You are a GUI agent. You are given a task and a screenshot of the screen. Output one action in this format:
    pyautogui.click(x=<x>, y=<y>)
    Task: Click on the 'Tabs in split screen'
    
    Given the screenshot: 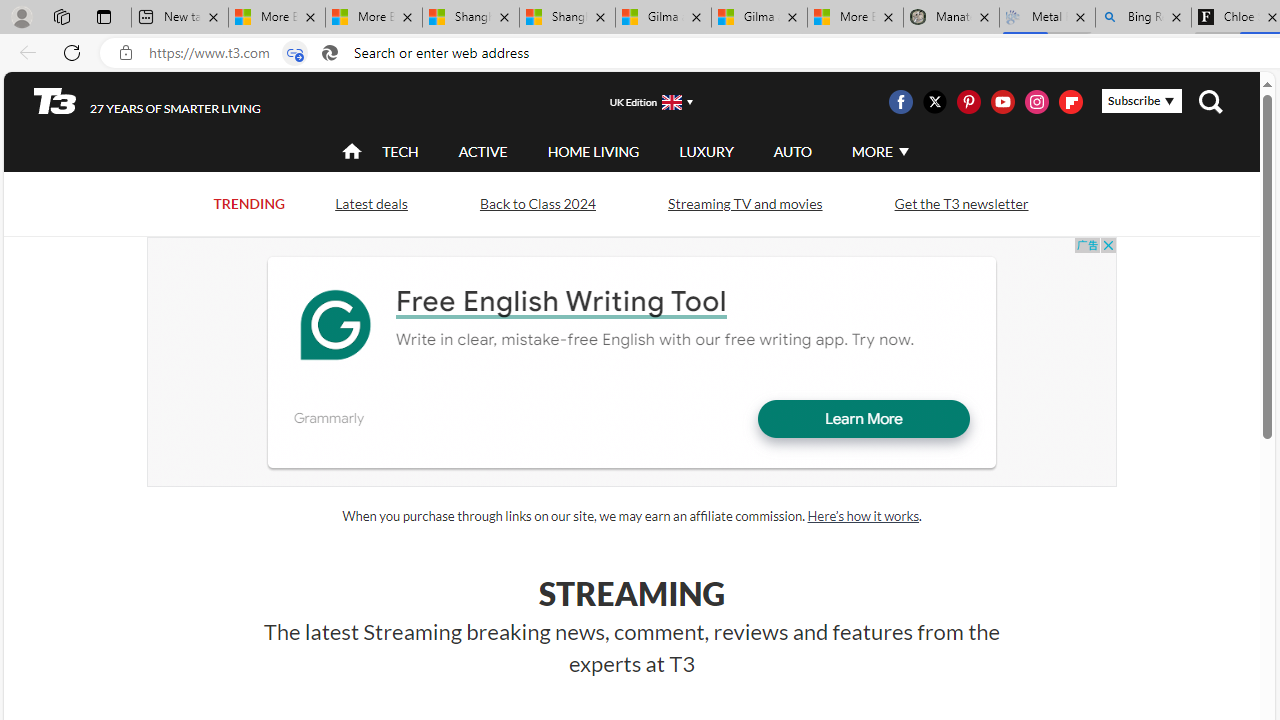 What is the action you would take?
    pyautogui.click(x=294, y=52)
    